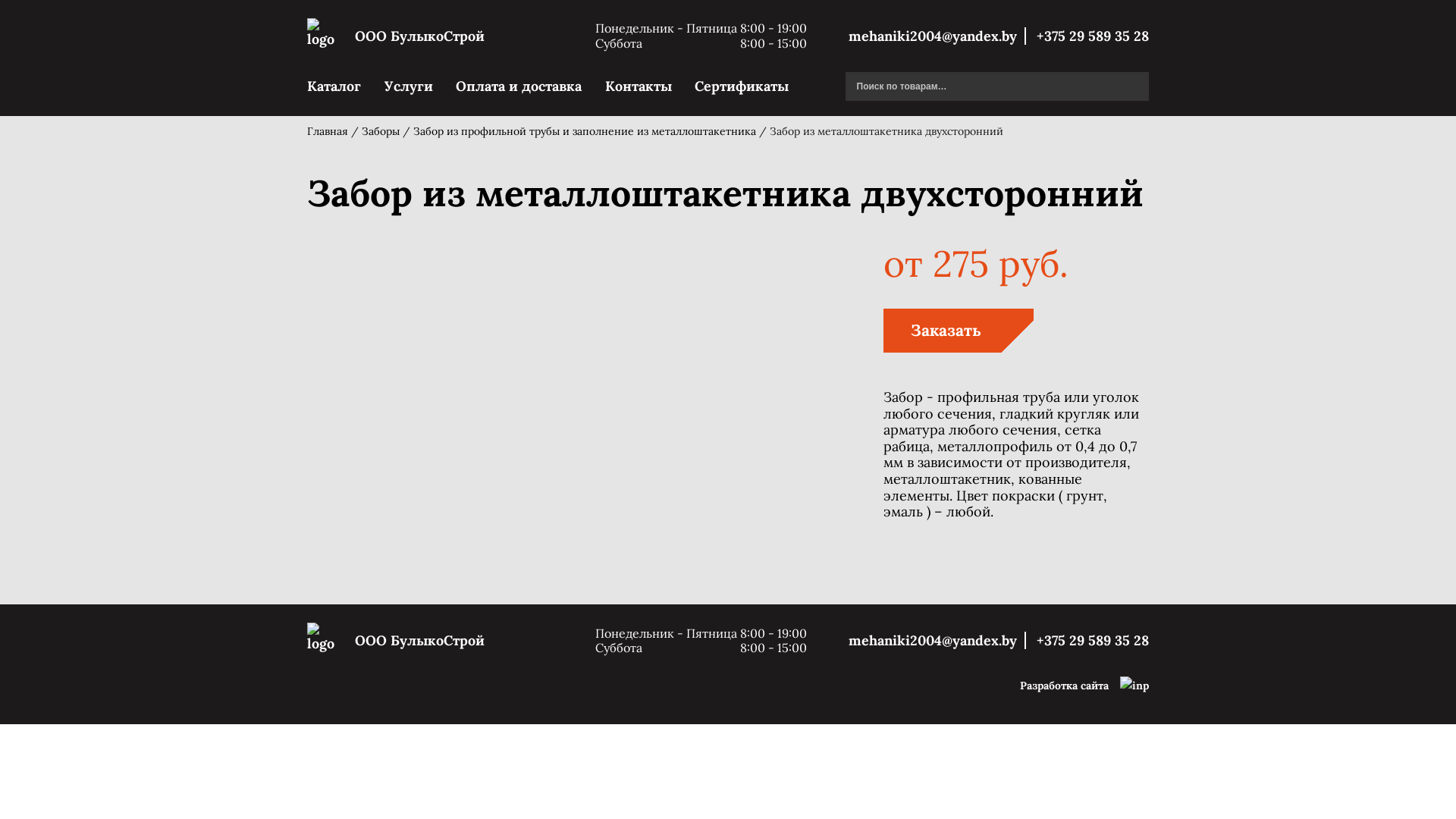 This screenshot has width=1456, height=819. Describe the element at coordinates (937, 35) in the screenshot. I see `'mehaniki2004@yandex.by'` at that location.